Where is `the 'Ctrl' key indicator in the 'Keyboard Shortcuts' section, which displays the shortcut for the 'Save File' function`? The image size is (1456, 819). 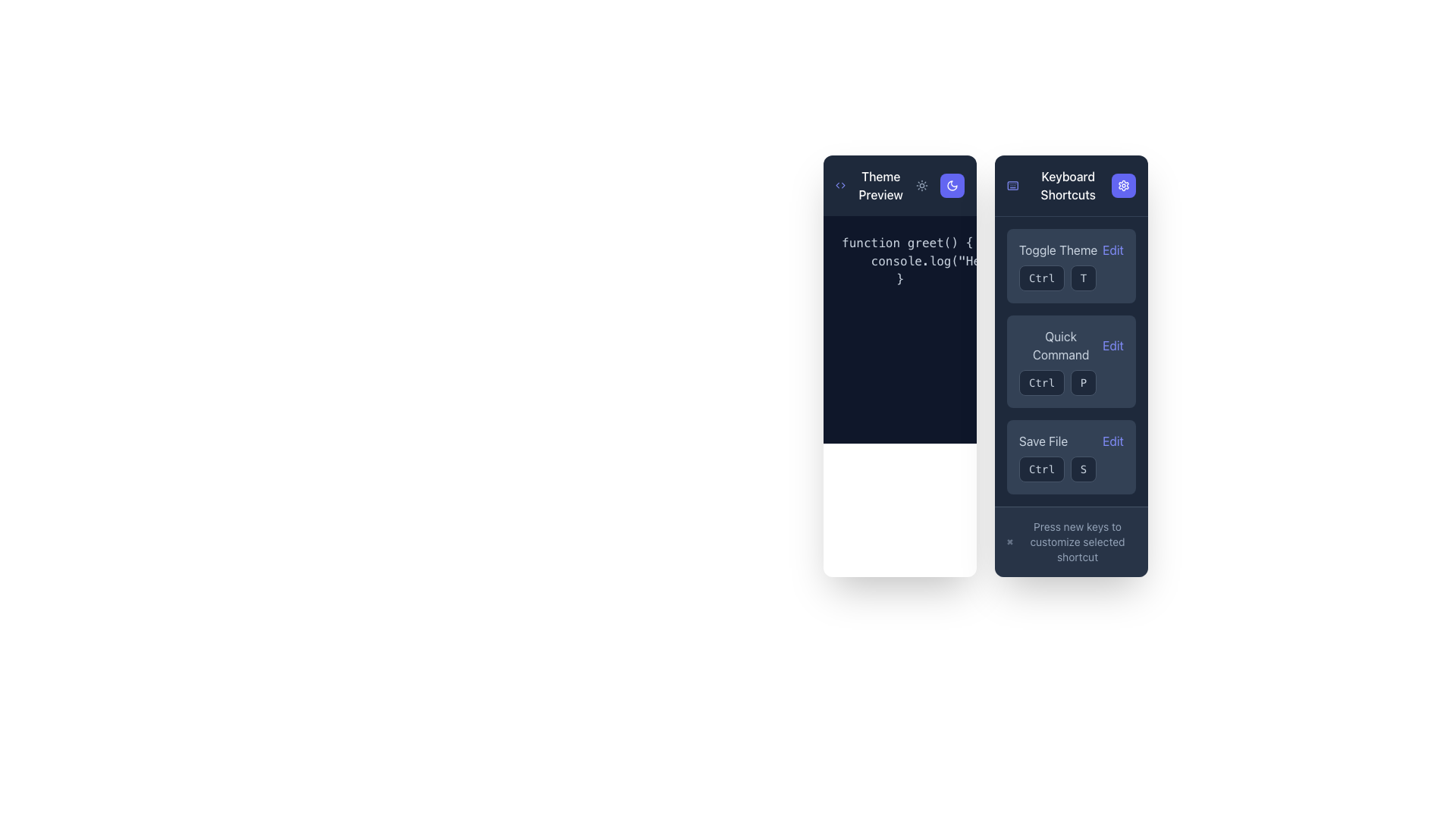
the 'Ctrl' key indicator in the 'Keyboard Shortcuts' section, which displays the shortcut for the 'Save File' function is located at coordinates (1040, 468).